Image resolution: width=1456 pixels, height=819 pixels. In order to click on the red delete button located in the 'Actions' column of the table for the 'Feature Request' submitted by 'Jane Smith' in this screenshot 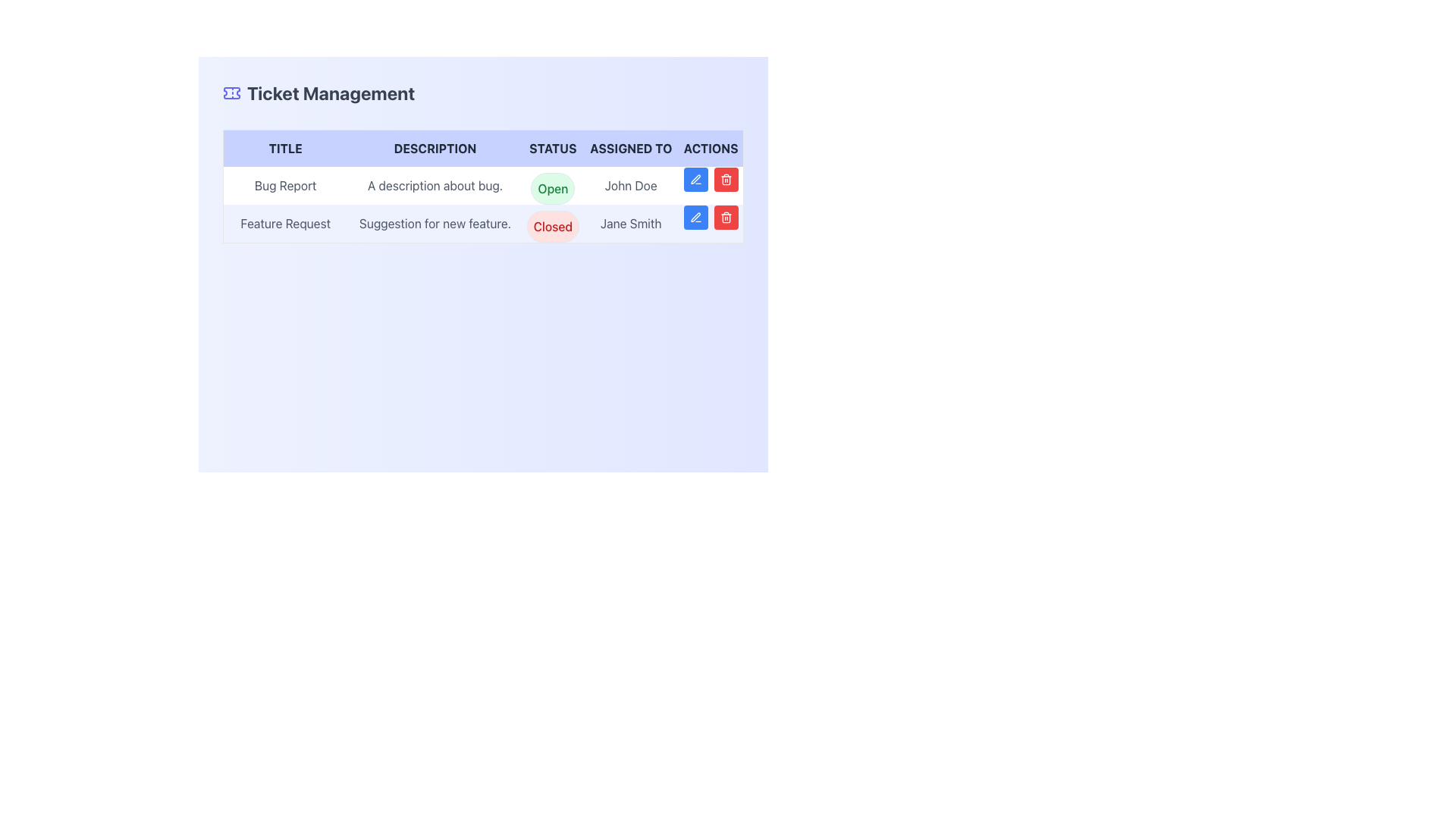, I will do `click(710, 217)`.